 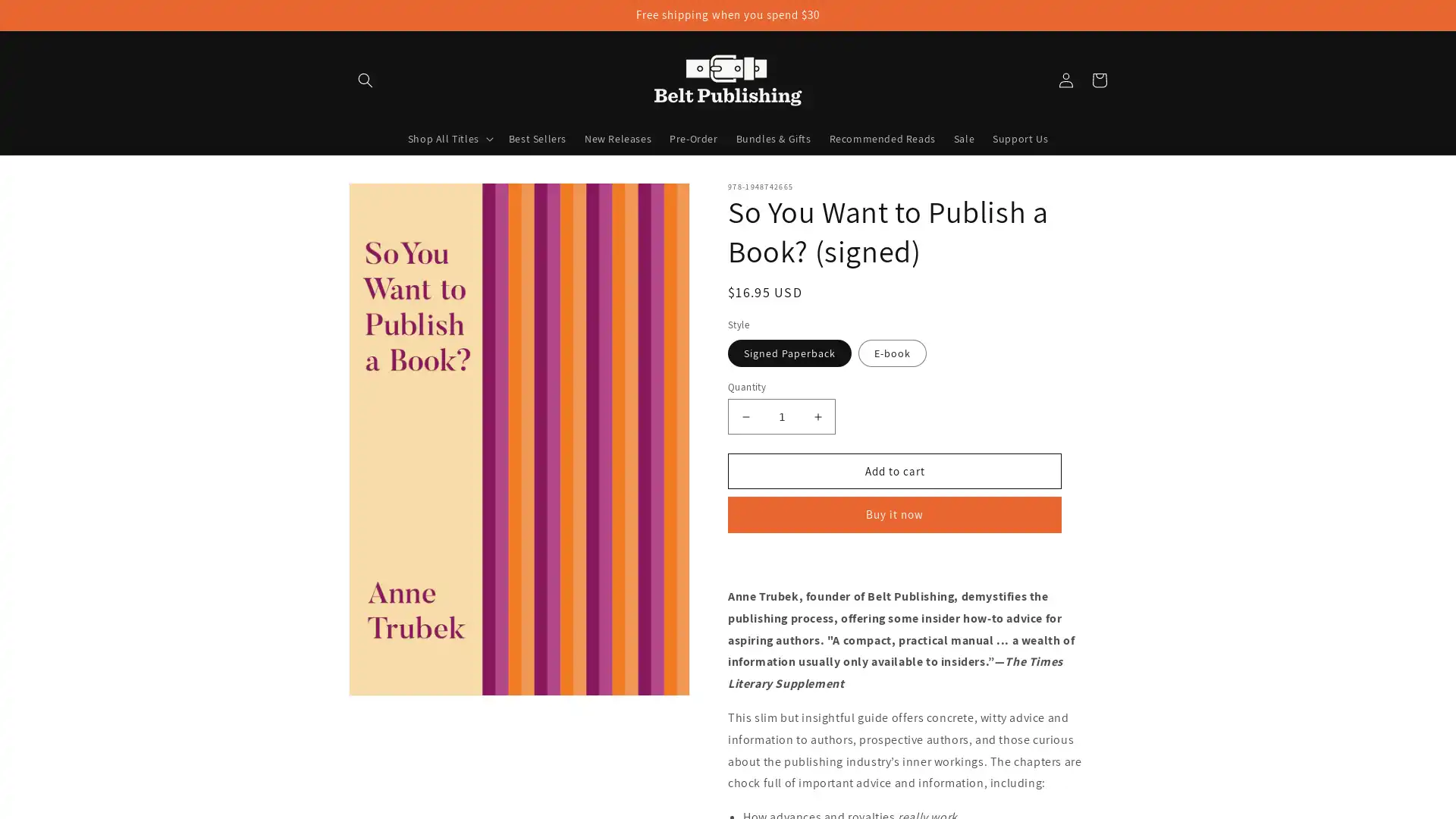 I want to click on Buy it now, so click(x=895, y=513).